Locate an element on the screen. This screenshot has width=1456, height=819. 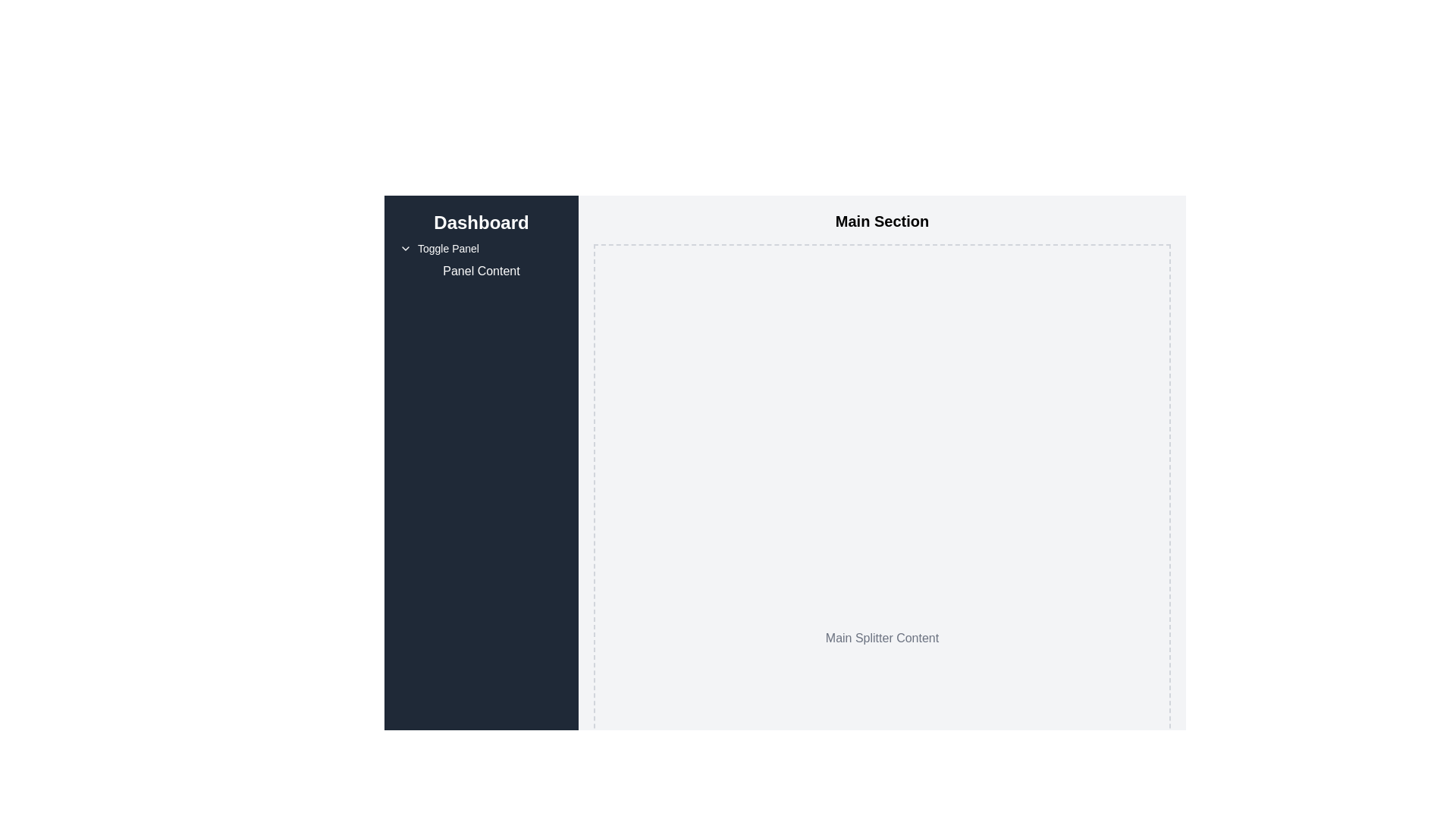
the chevron icon located to the left of the 'Toggle Panel' text in the sidebar section labeled 'Dashboard' to indicate the option to expand or collapse the related panel is located at coordinates (405, 247).